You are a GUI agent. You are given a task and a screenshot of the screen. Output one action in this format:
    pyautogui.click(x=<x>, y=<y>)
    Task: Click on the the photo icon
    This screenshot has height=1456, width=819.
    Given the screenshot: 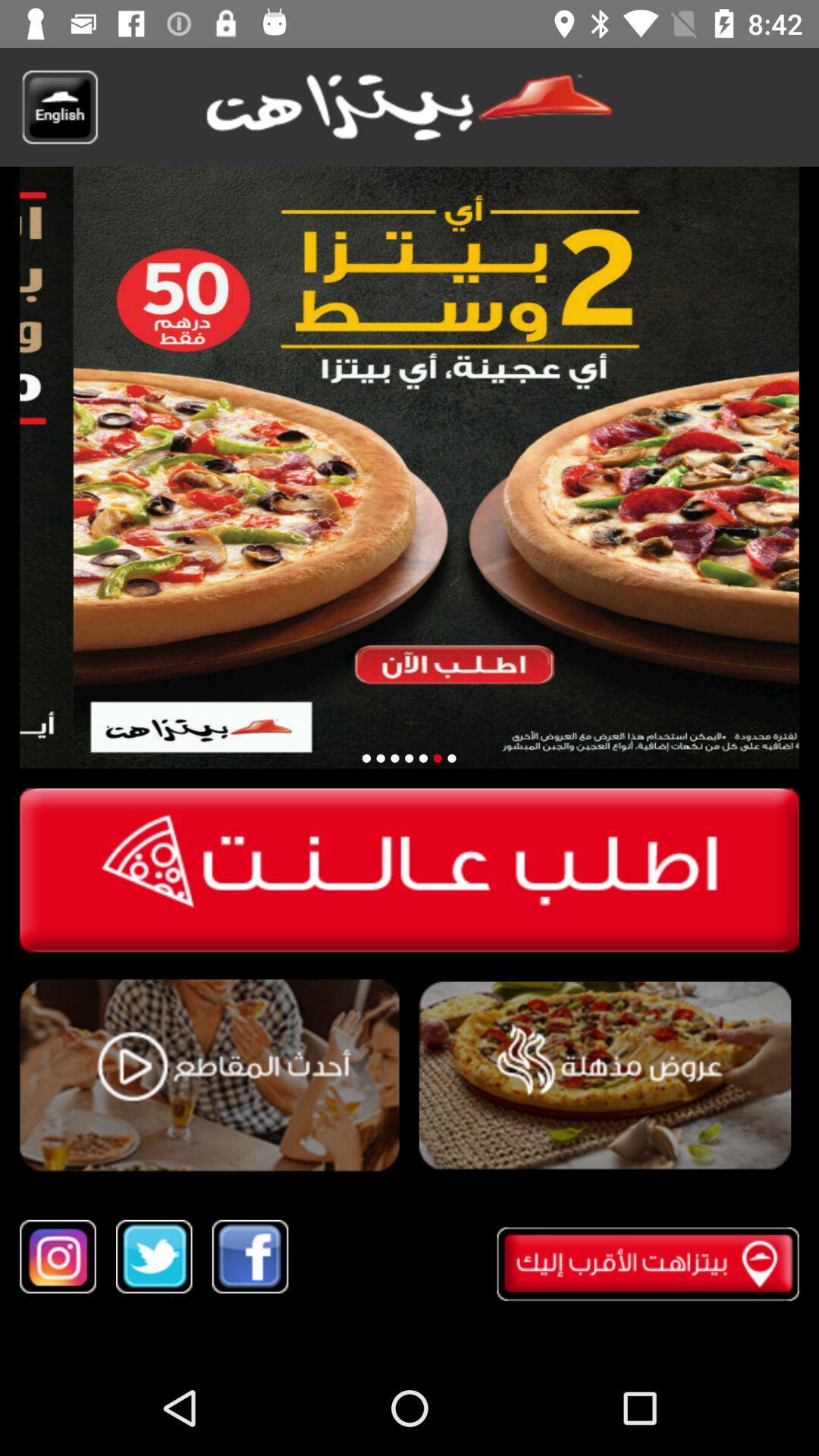 What is the action you would take?
    pyautogui.click(x=57, y=1257)
    